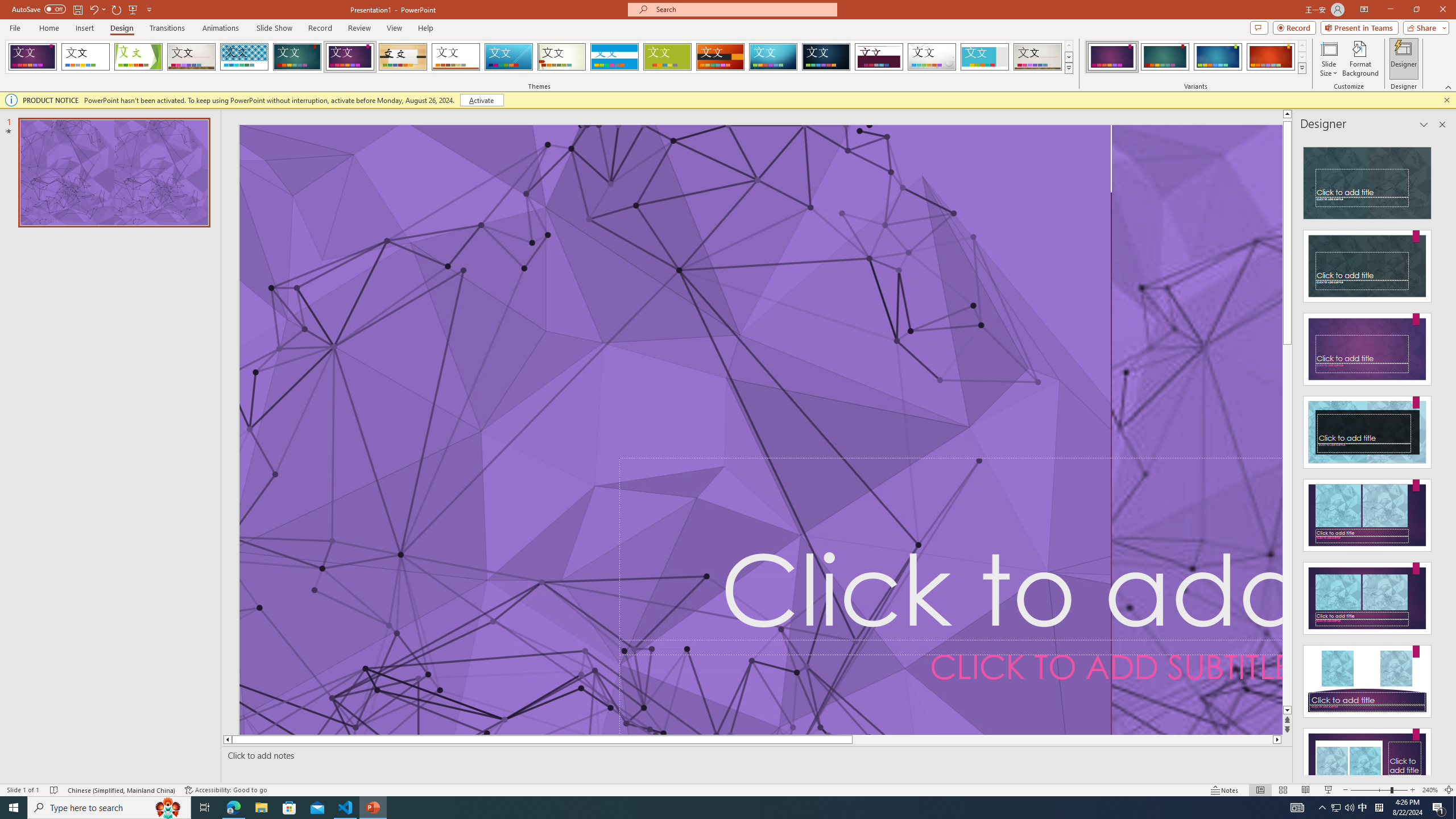  I want to click on 'Banded', so click(614, 56).